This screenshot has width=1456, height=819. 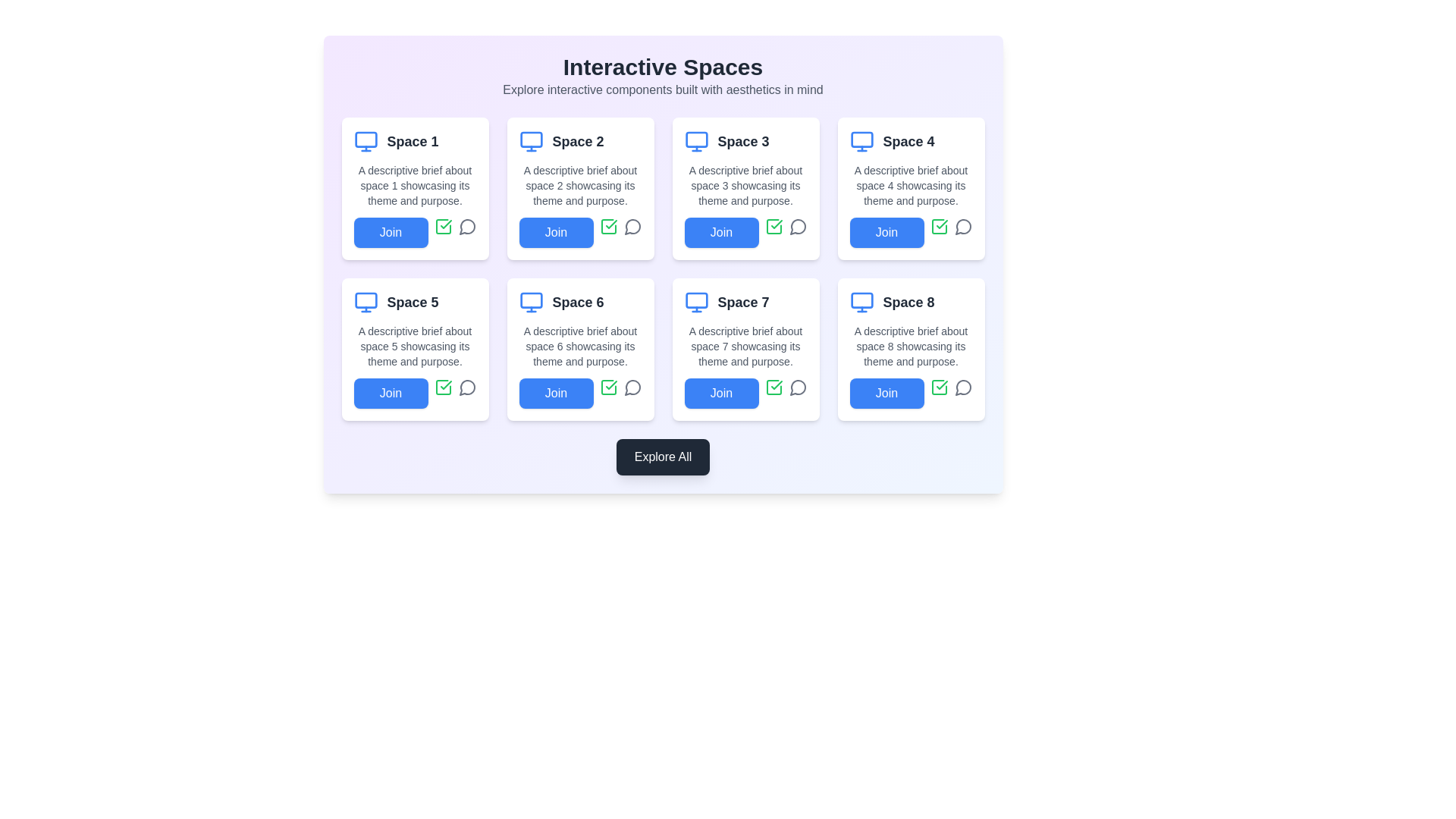 What do you see at coordinates (962, 227) in the screenshot?
I see `the circular speech bubble icon used for messaging or commenting functionality, which is located in the action panel below 'Space 4'` at bounding box center [962, 227].